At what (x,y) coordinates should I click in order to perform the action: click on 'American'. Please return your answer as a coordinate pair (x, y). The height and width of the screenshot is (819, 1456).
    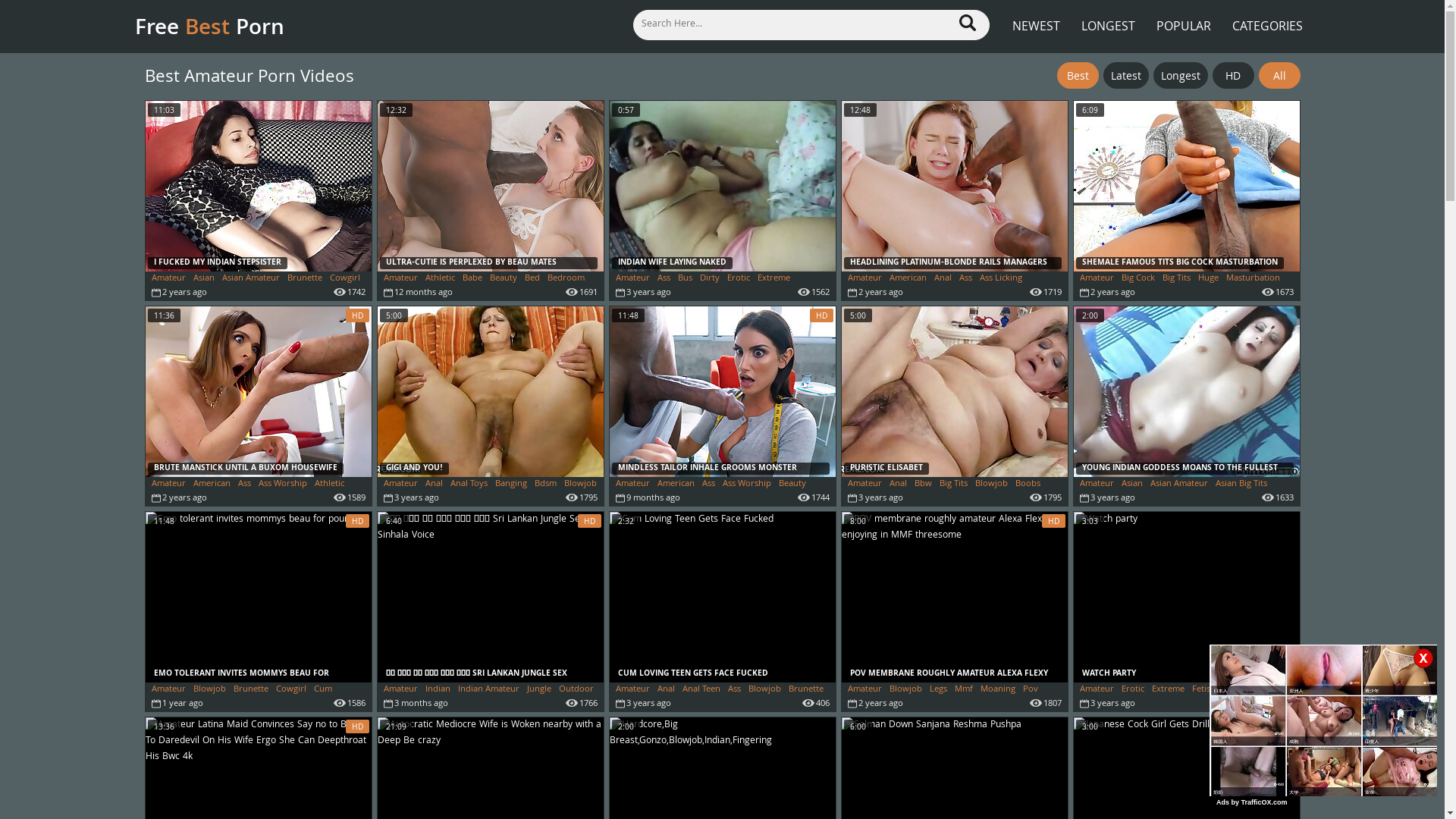
    Looking at the image, I should click on (907, 278).